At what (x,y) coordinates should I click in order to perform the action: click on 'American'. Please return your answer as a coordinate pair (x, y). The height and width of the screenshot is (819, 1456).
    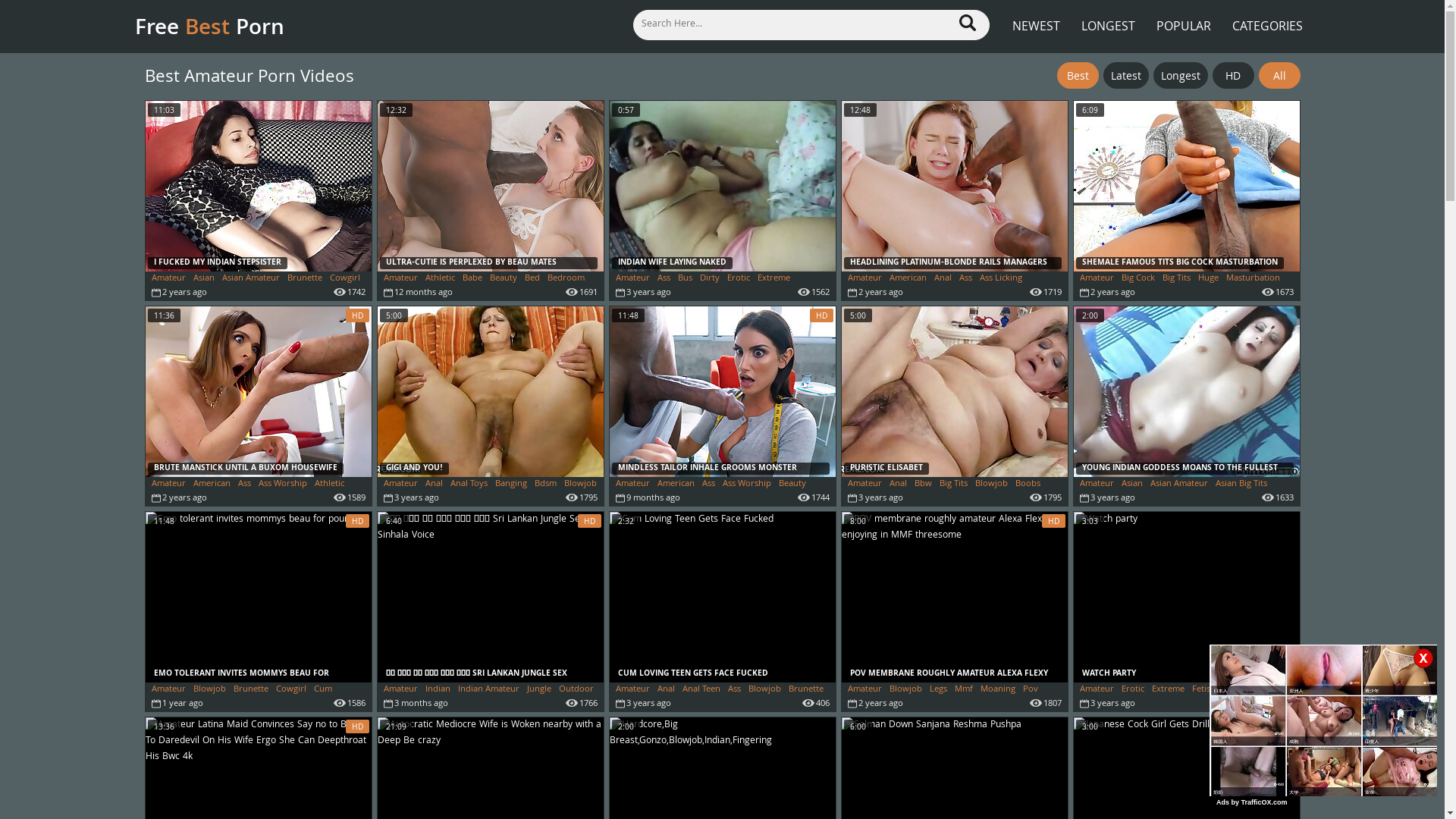
    Looking at the image, I should click on (907, 278).